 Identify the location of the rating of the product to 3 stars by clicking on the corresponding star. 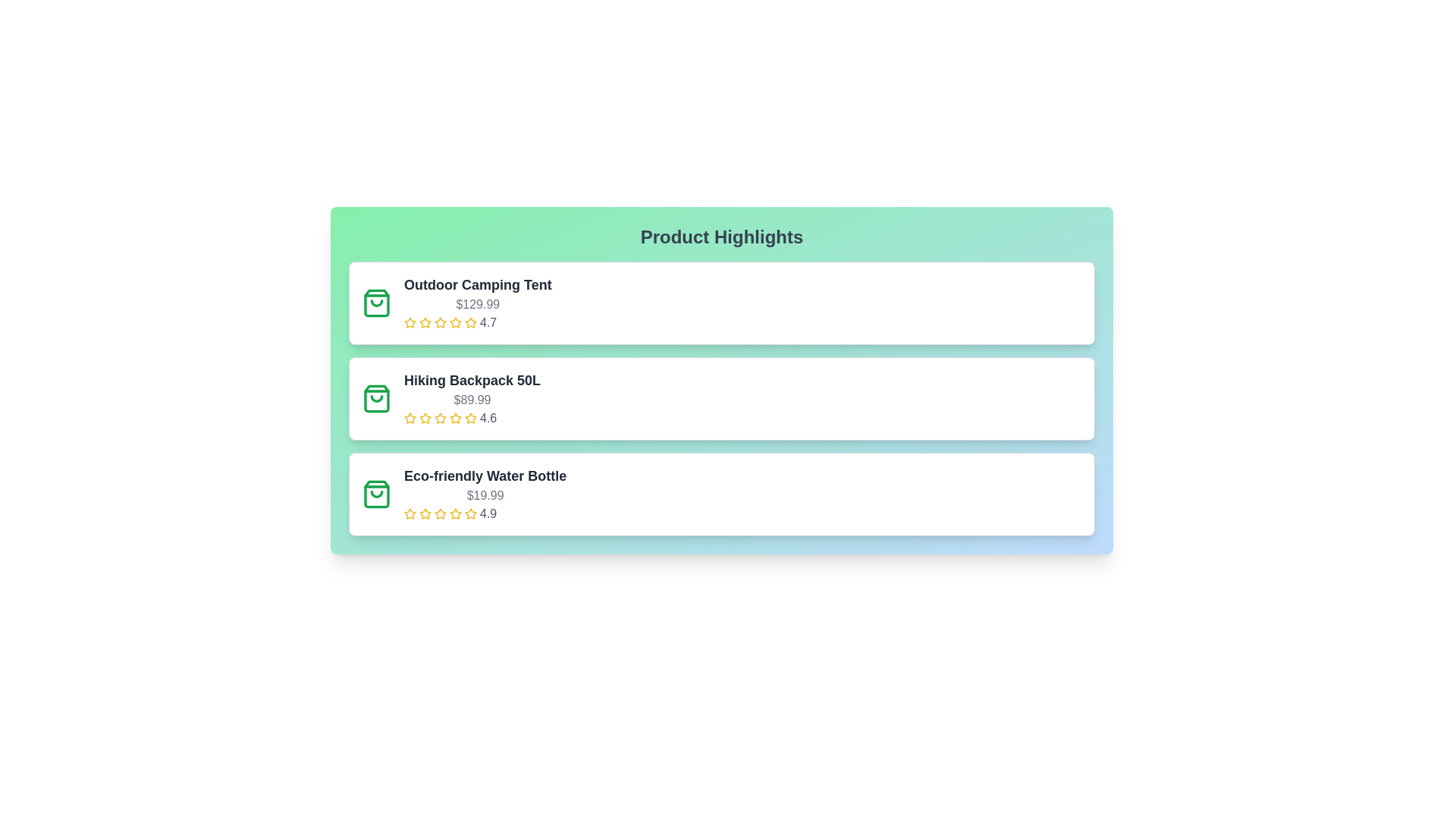
(439, 322).